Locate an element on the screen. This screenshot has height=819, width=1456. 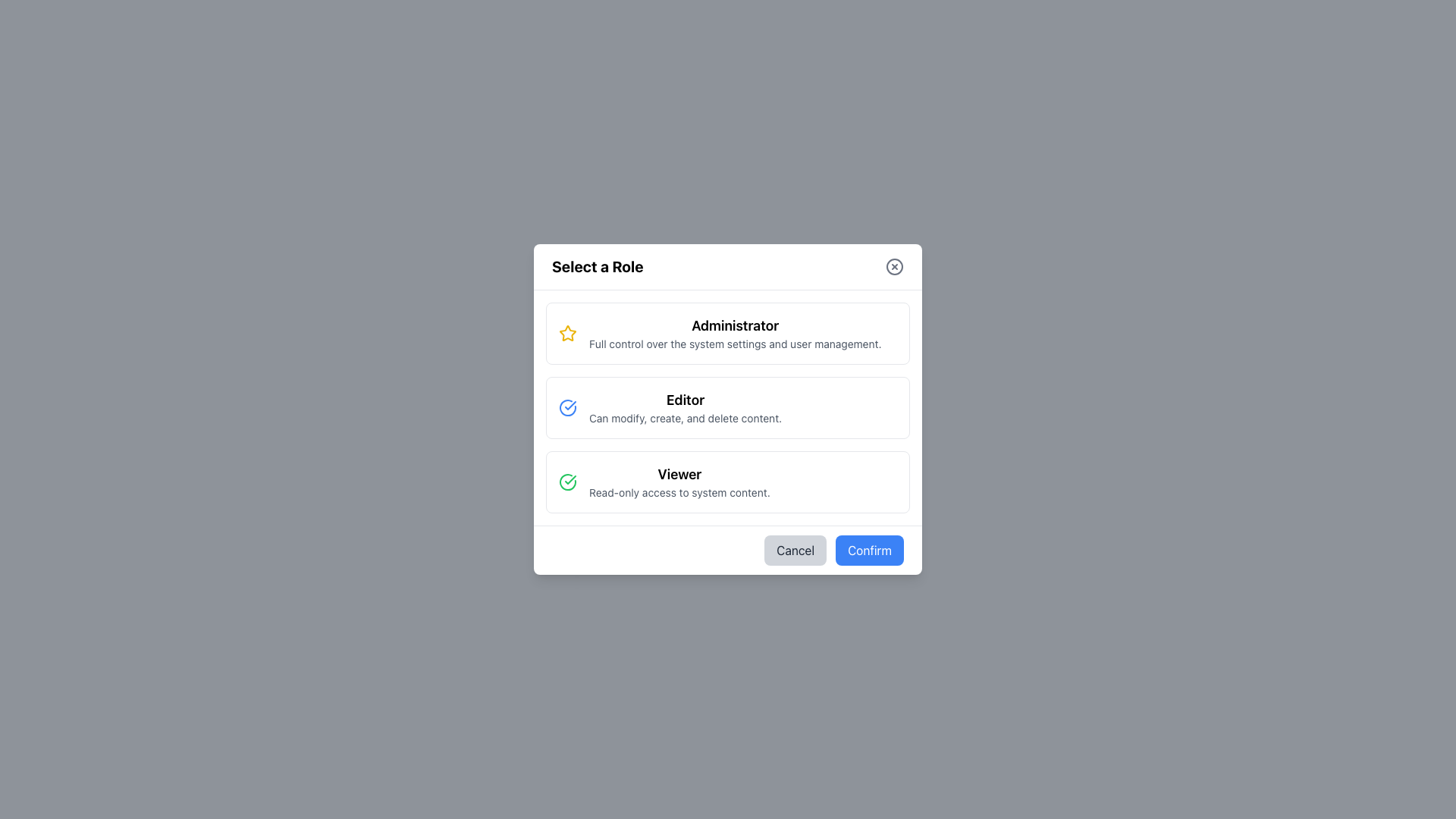
the Close Button located in the top-right corner of the 'Select a Role' dialog to observe any hover effects is located at coordinates (895, 265).